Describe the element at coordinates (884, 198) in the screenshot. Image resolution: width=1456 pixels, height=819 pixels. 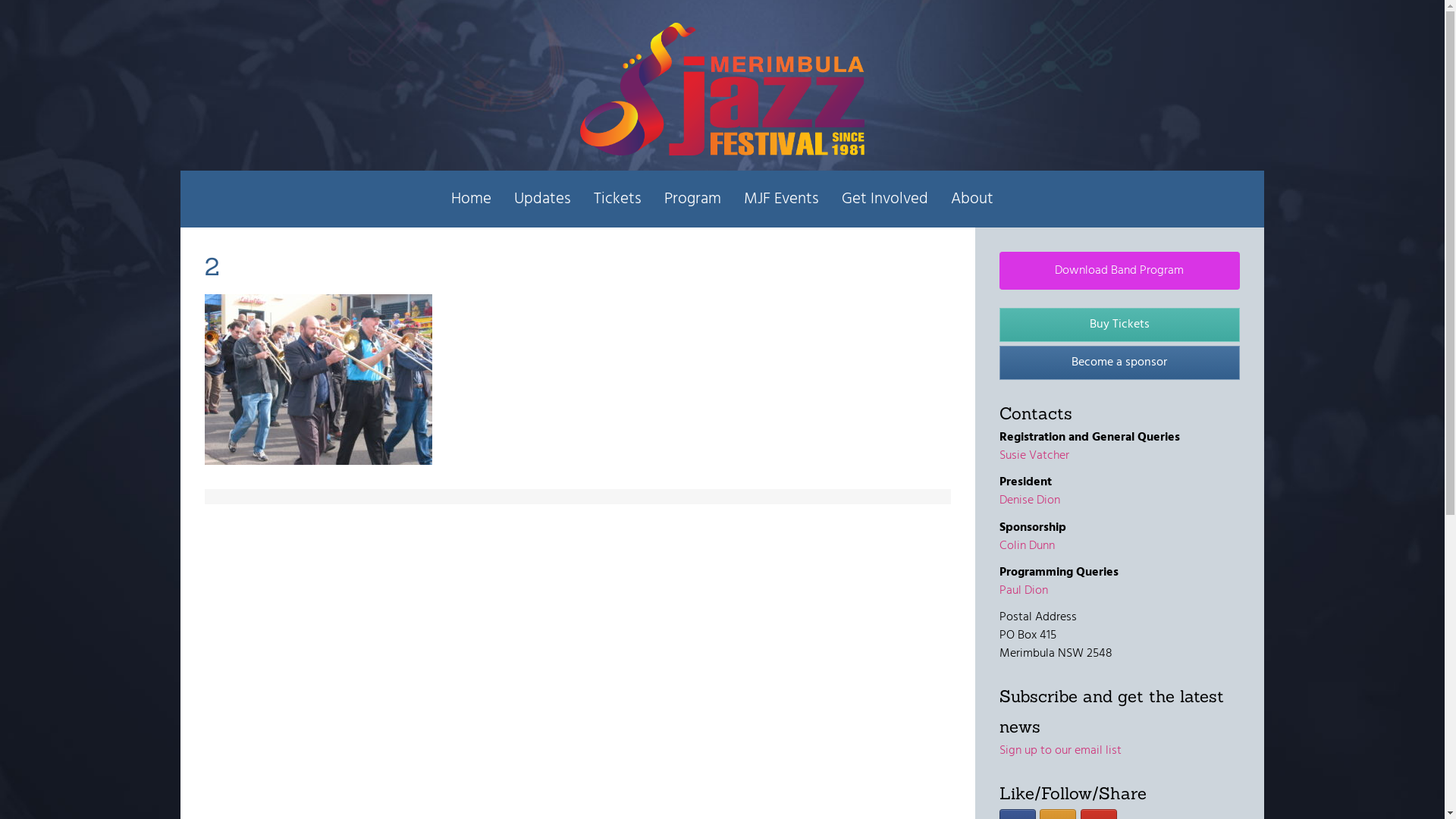
I see `'Get Involved'` at that location.